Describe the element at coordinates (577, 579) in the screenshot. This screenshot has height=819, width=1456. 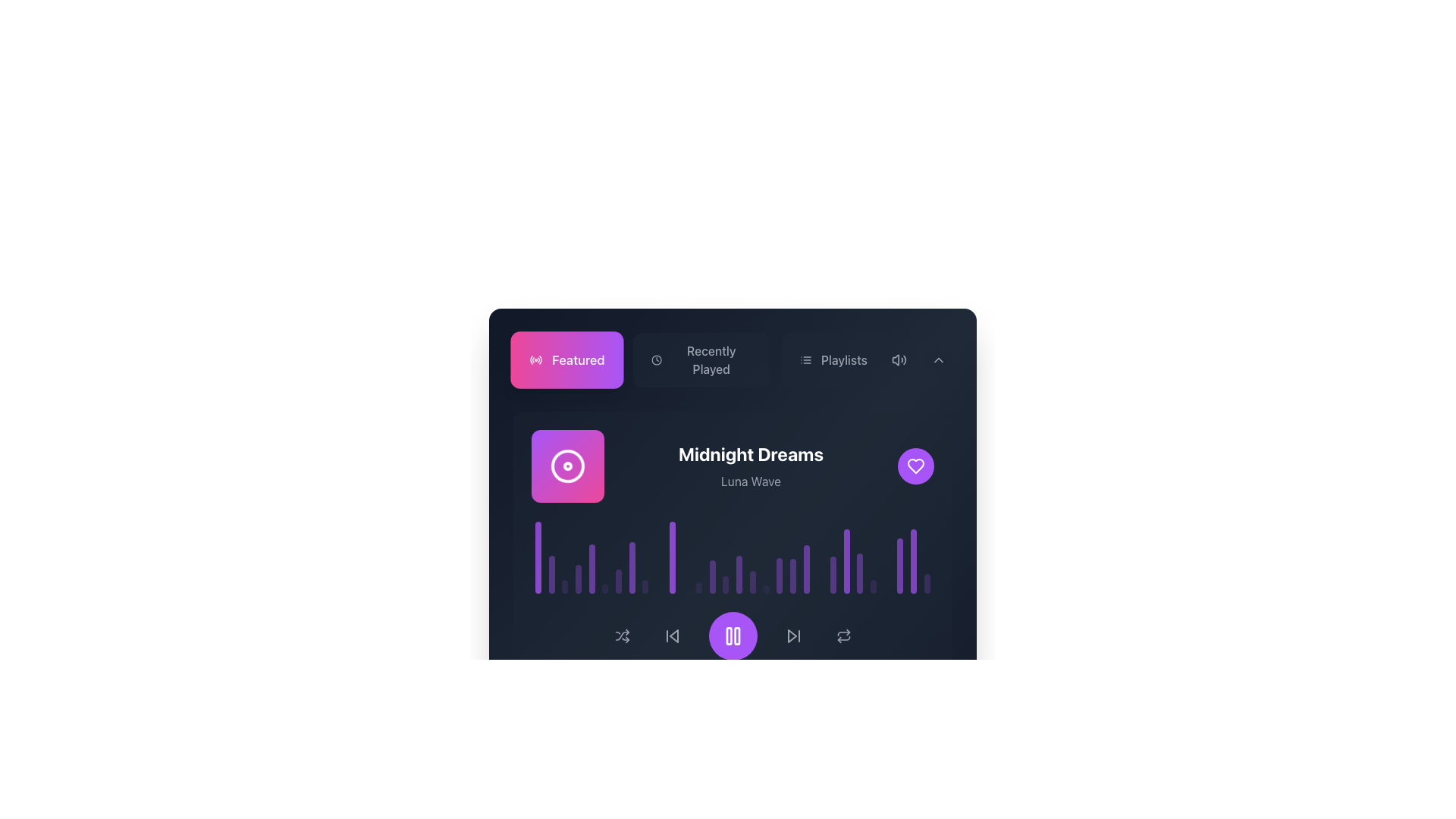
I see `the fourth vertical bar in the equalizer, which is a semi-transparent purple bar with rounded ends, located near the bottom of the interface` at that location.